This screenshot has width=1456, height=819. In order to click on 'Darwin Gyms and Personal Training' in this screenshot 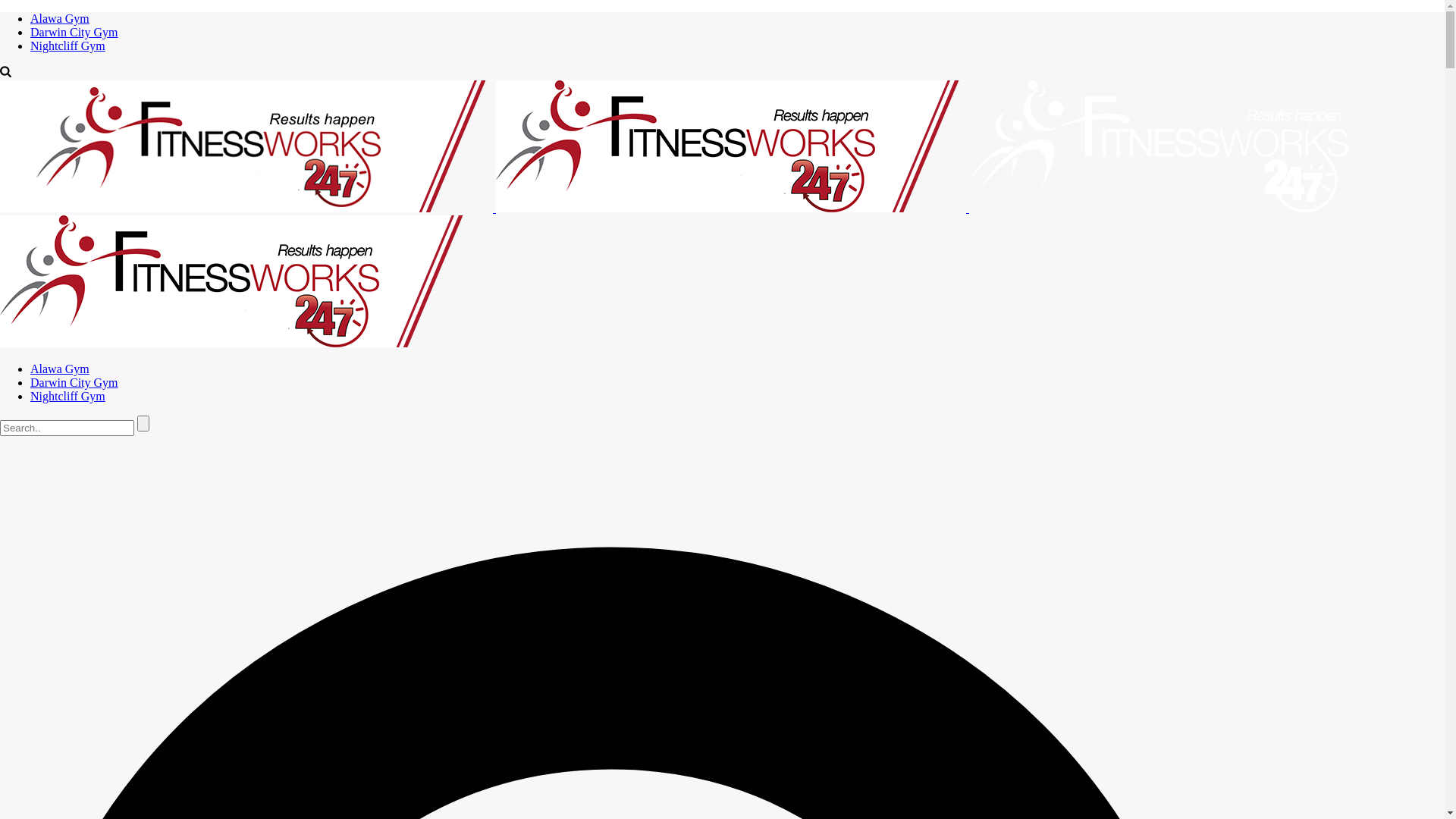, I will do `click(731, 146)`.